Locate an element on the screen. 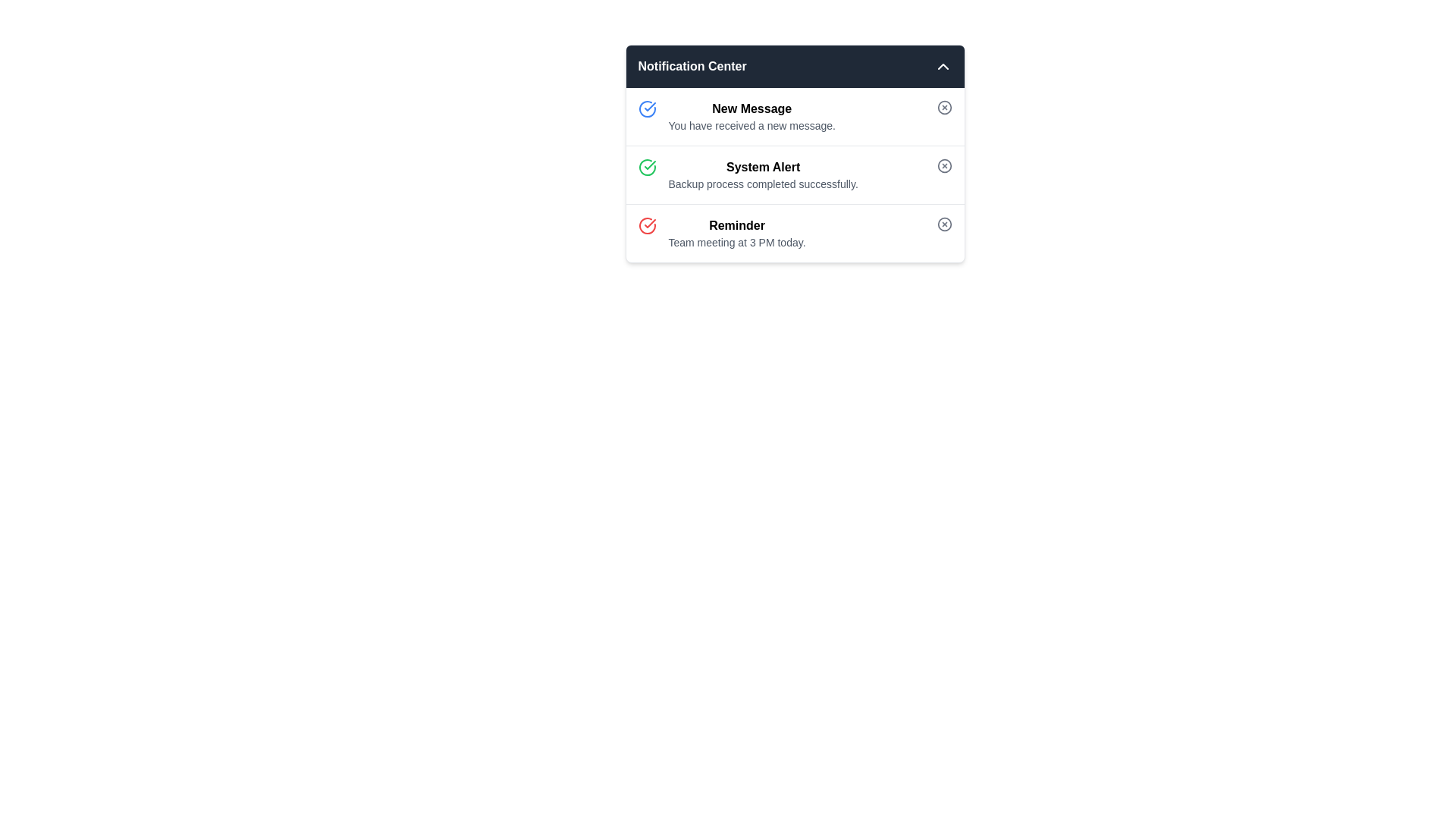 This screenshot has height=819, width=1456. the static text providing additional information for the 'New Message' notification, located directly below the bold text in the first notification item is located at coordinates (752, 124).